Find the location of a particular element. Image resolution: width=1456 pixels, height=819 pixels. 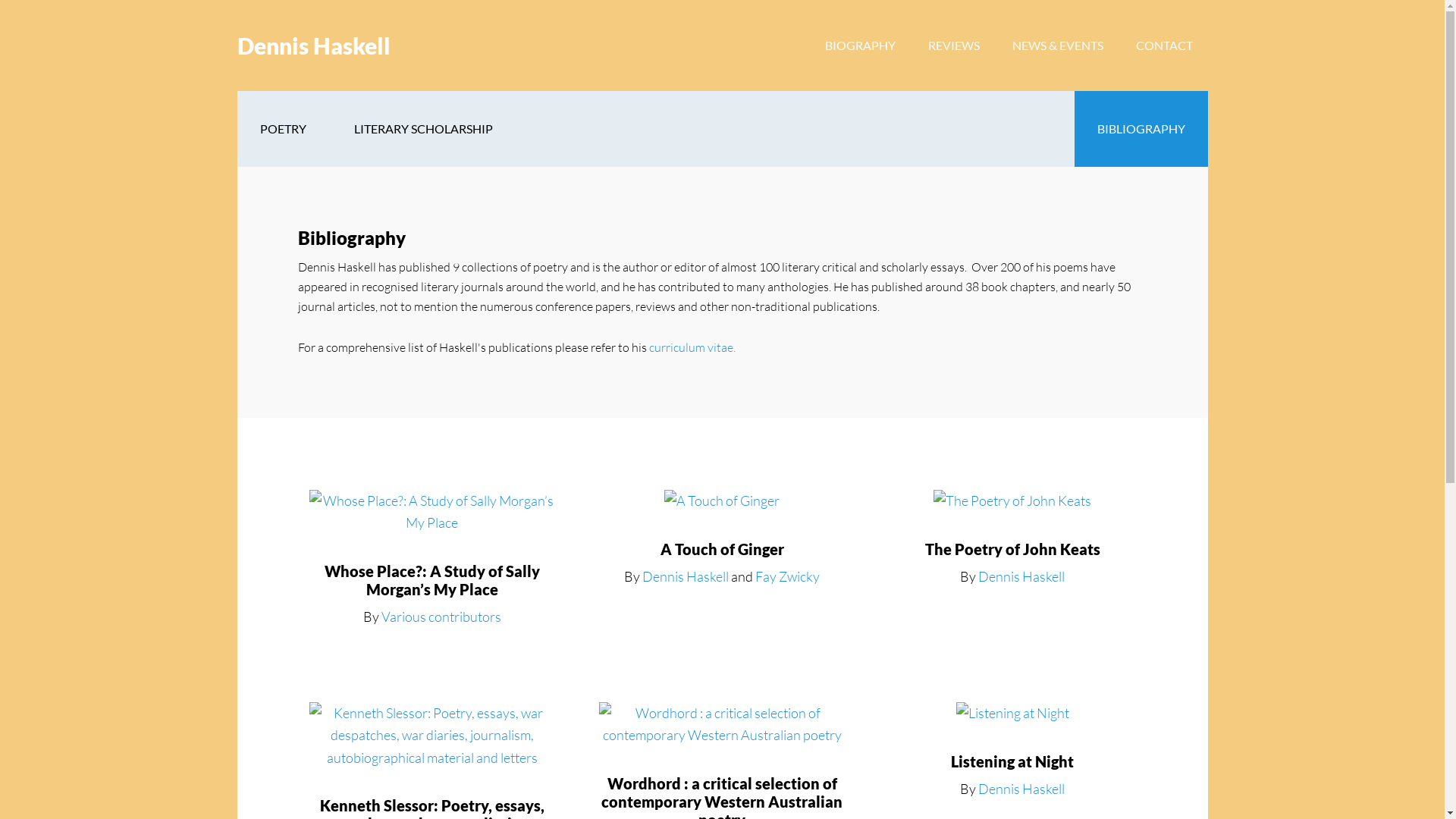

'Dennis Haskell' is located at coordinates (236, 45).